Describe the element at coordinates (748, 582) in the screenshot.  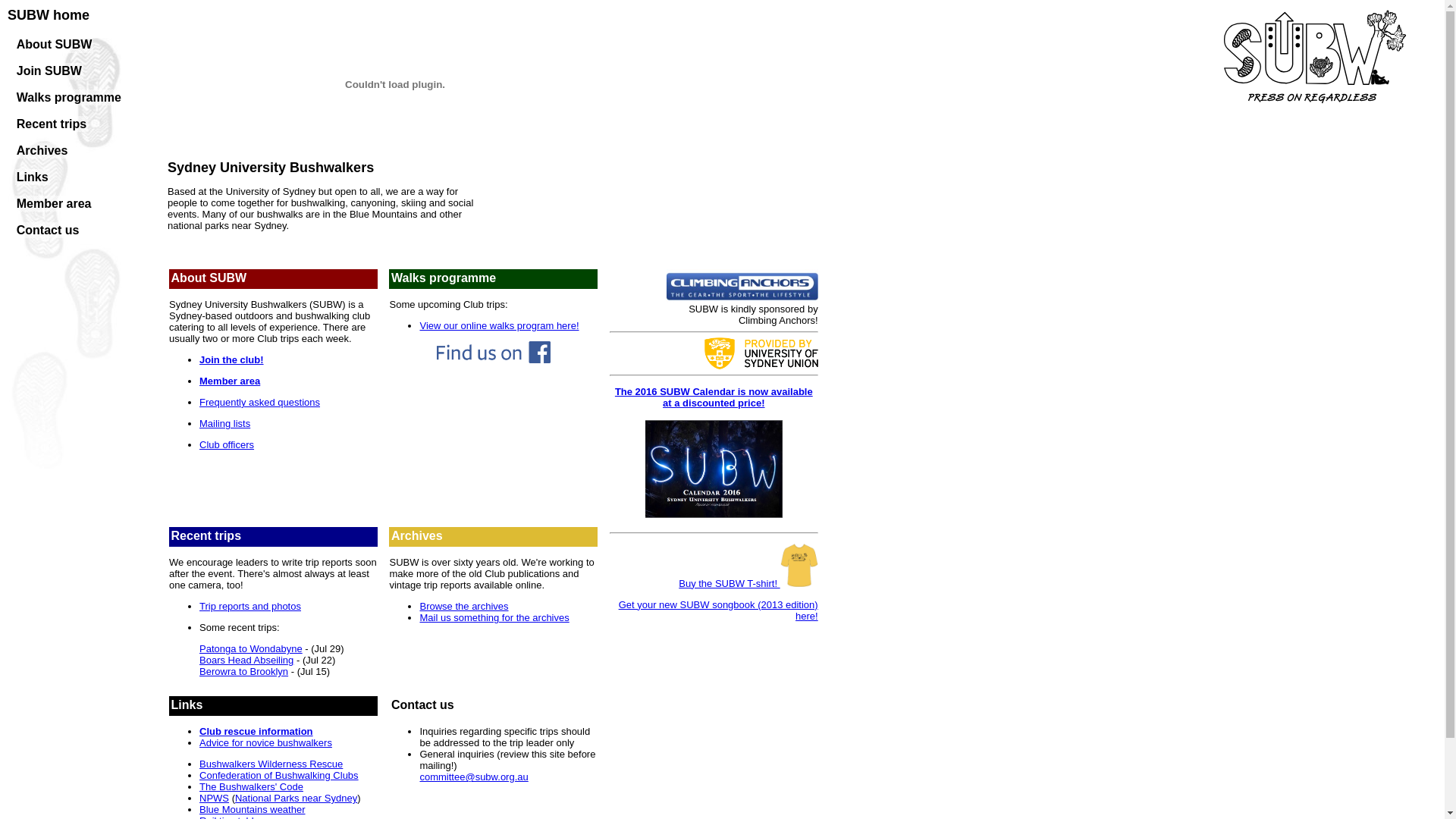
I see `'Buy the SUBW T-shirt!'` at that location.